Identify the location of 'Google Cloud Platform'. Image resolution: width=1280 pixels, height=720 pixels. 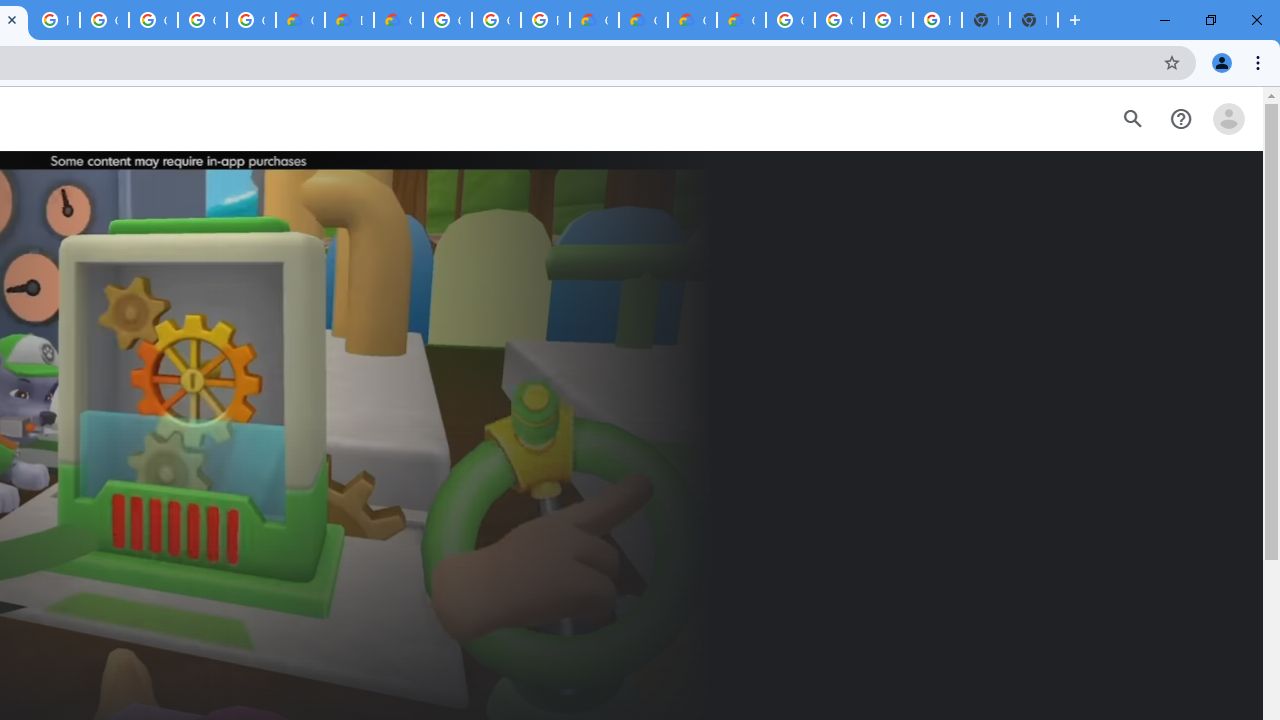
(496, 20).